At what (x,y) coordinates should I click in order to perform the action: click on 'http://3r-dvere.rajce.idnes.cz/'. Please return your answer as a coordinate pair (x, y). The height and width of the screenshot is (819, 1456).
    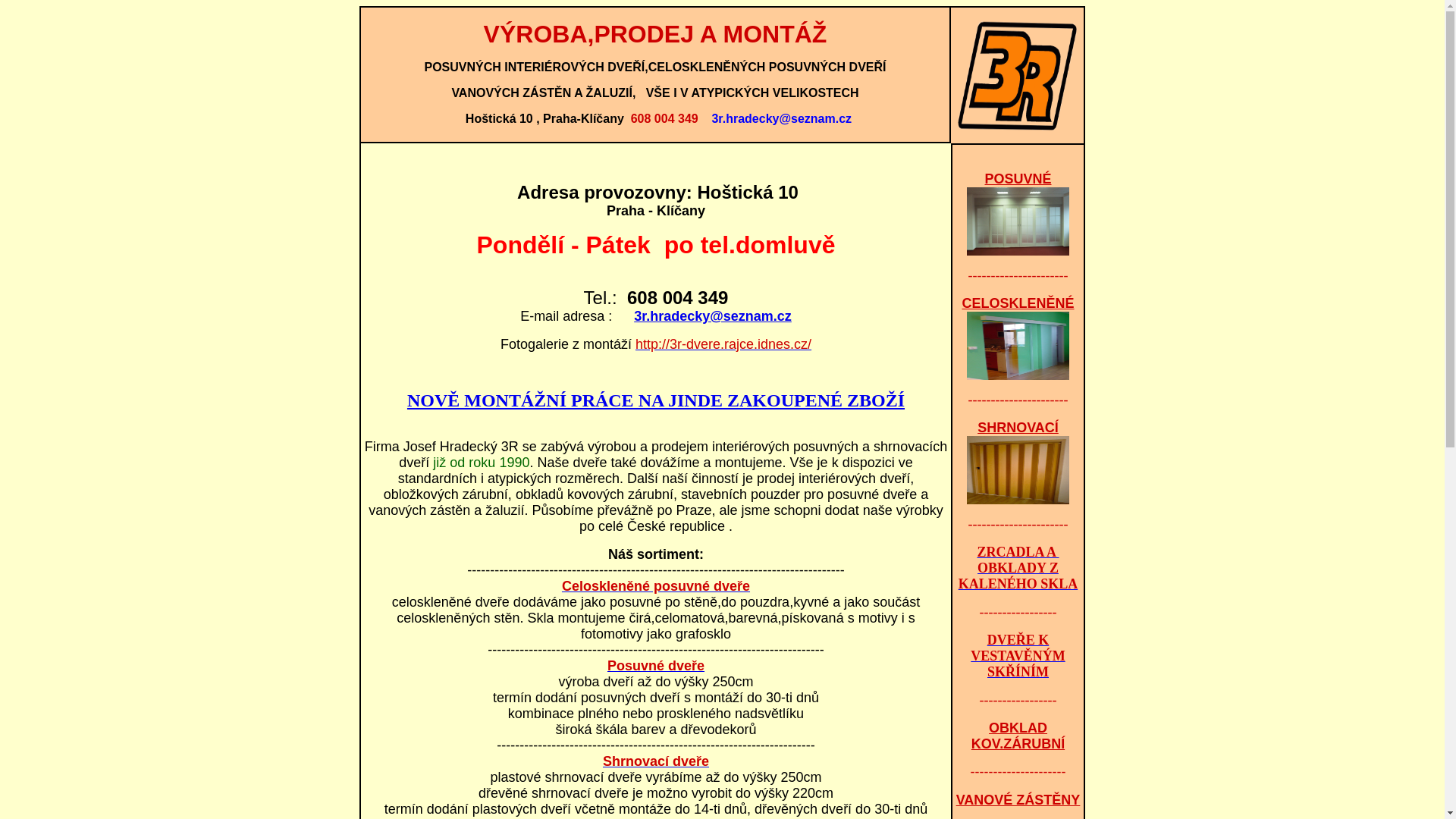
    Looking at the image, I should click on (635, 344).